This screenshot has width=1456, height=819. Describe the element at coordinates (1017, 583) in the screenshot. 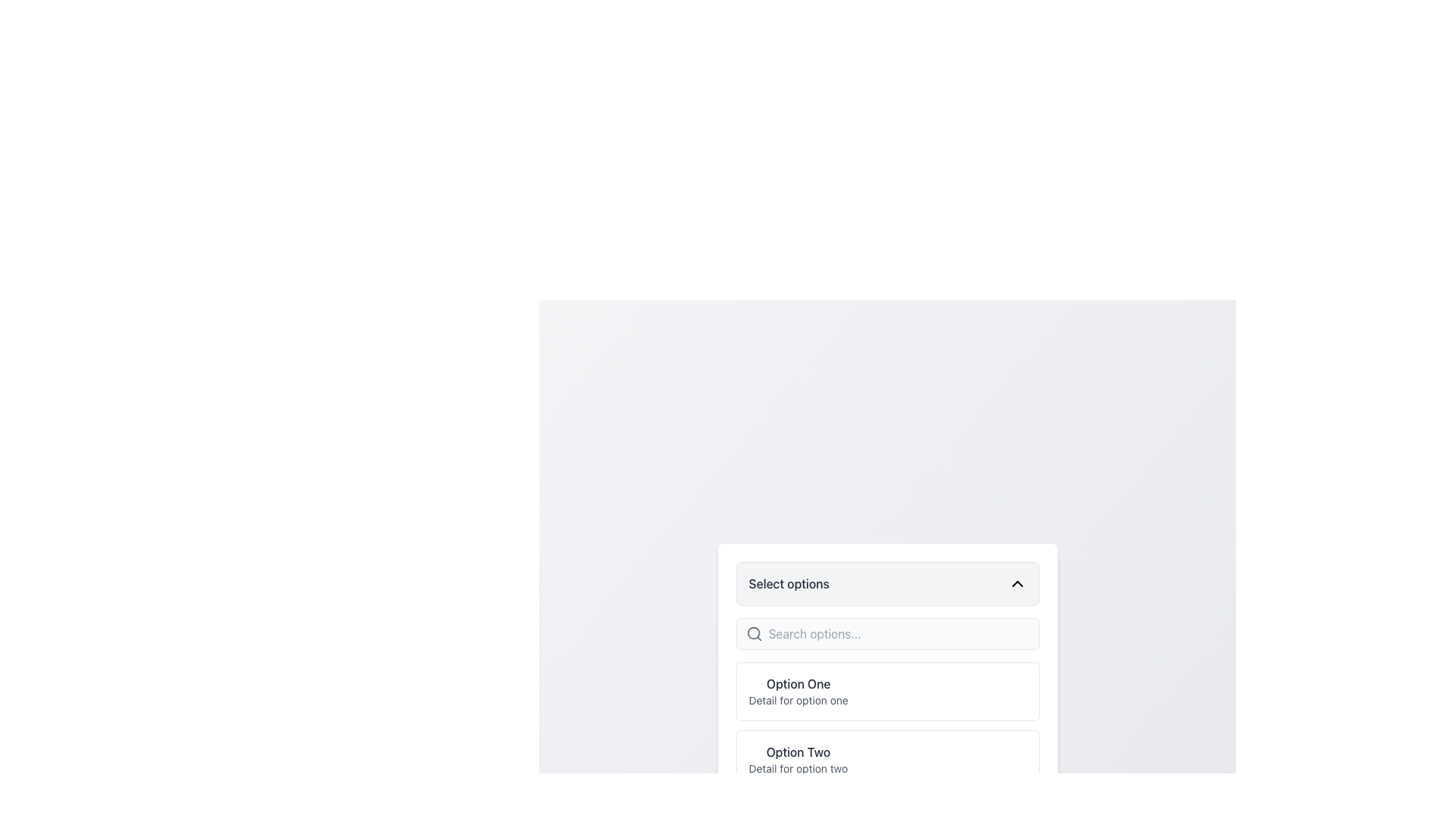

I see `the Dropdown Indicator Icon, which resembles a chevron pointing upwards and is located in the upper-right corner of the light gray dropdown menu adjacent to the label 'Select options'` at that location.